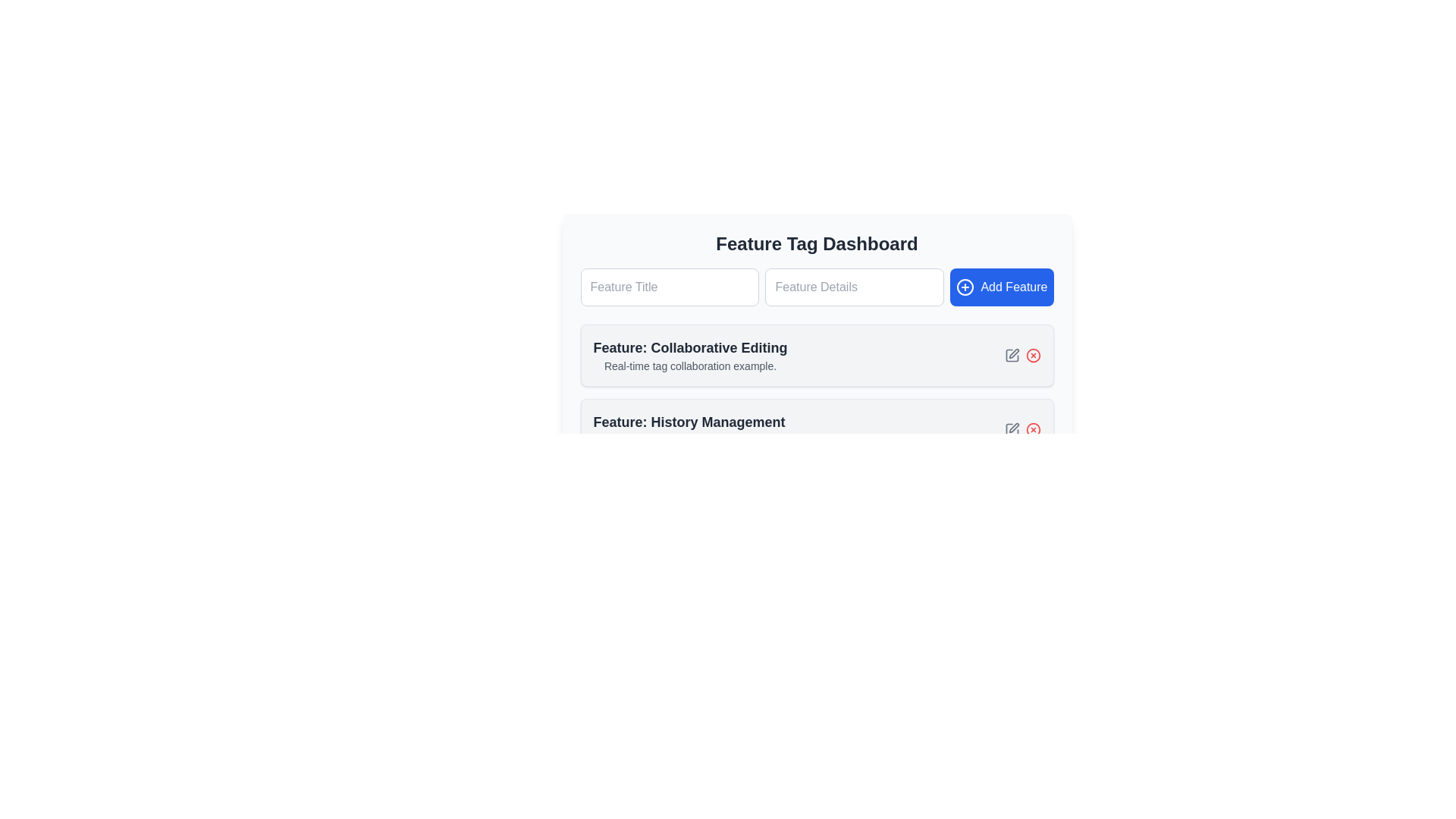 The height and width of the screenshot is (819, 1456). What do you see at coordinates (689, 366) in the screenshot?
I see `the Text label that provides additional information related to the feature title 'Feature: Collaborative Editing', located below it` at bounding box center [689, 366].